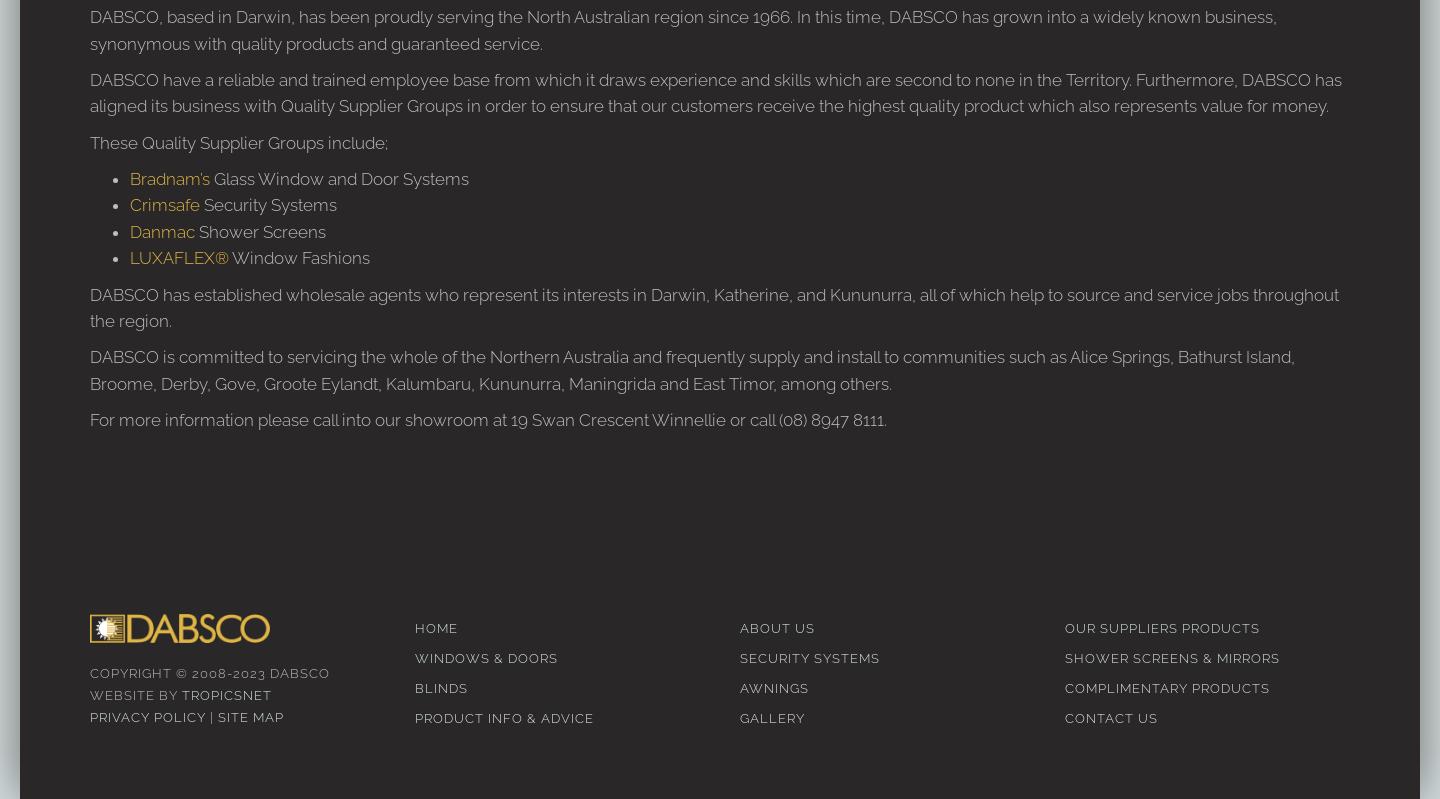 The width and height of the screenshot is (1440, 799). What do you see at coordinates (487, 417) in the screenshot?
I see `'For more information please call into our showroom at 19 Swan Crescent Winnellie or call (08) 8947 8111.'` at bounding box center [487, 417].